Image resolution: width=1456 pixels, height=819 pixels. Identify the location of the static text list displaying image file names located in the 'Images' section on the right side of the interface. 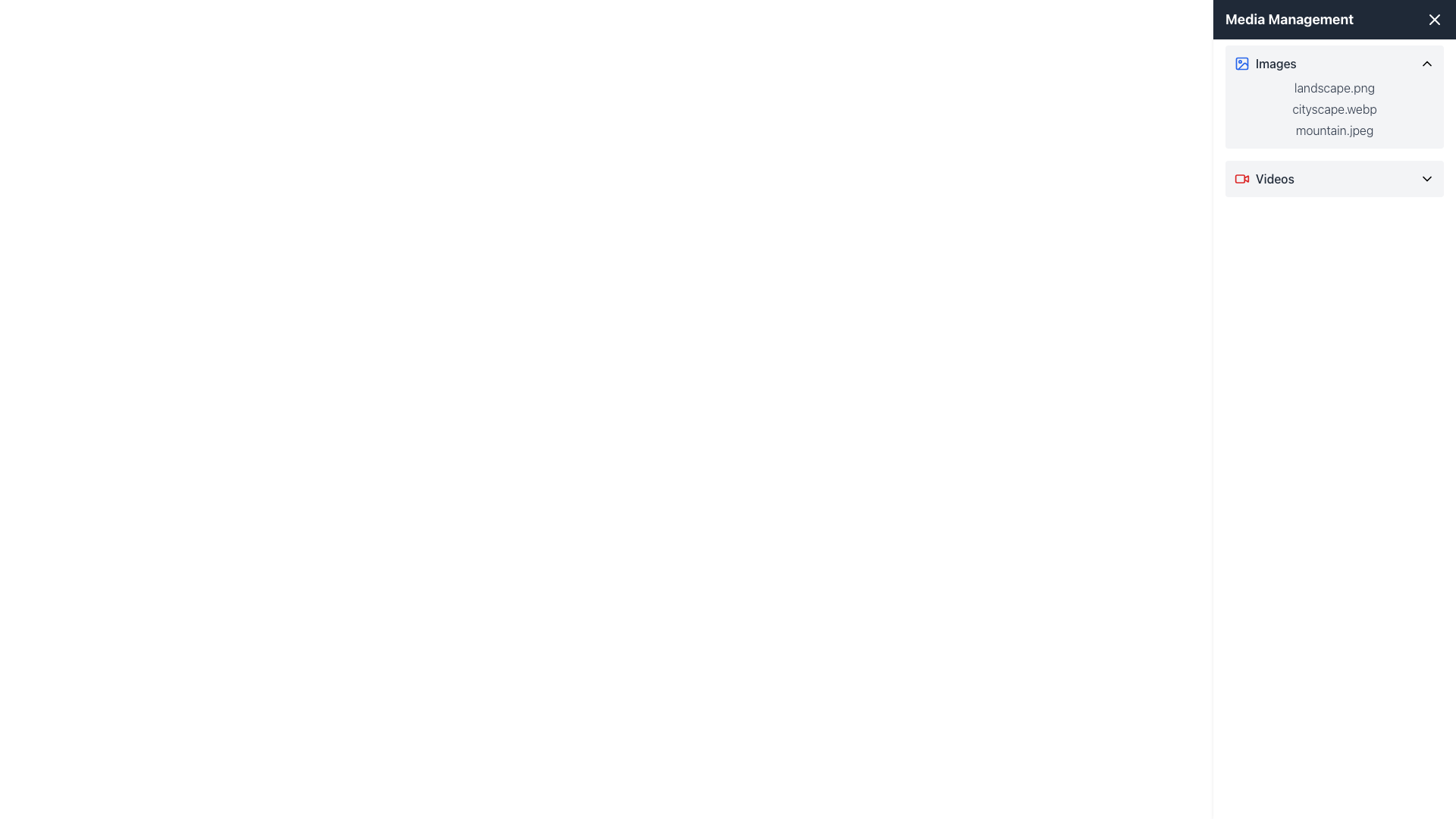
(1335, 108).